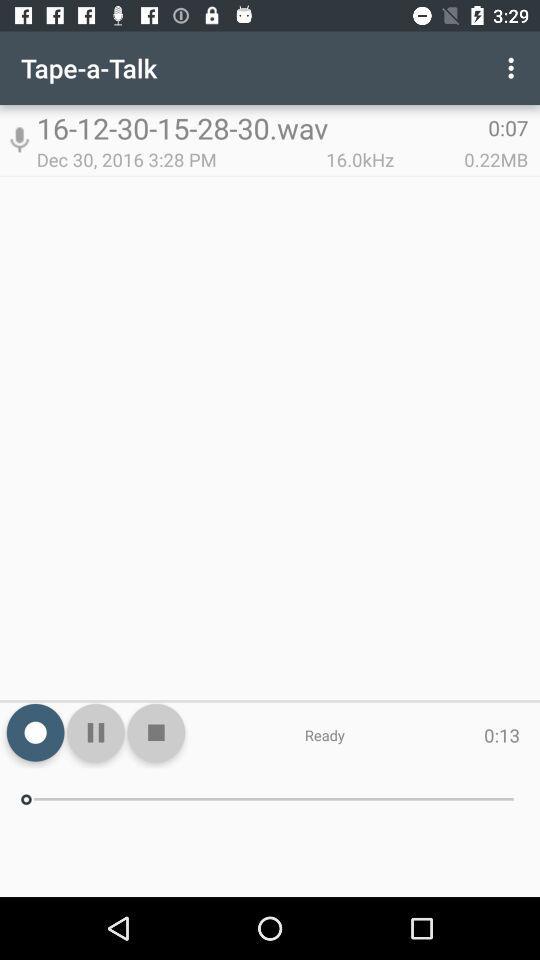 Image resolution: width=540 pixels, height=960 pixels. I want to click on the national_flag icon, so click(35, 731).